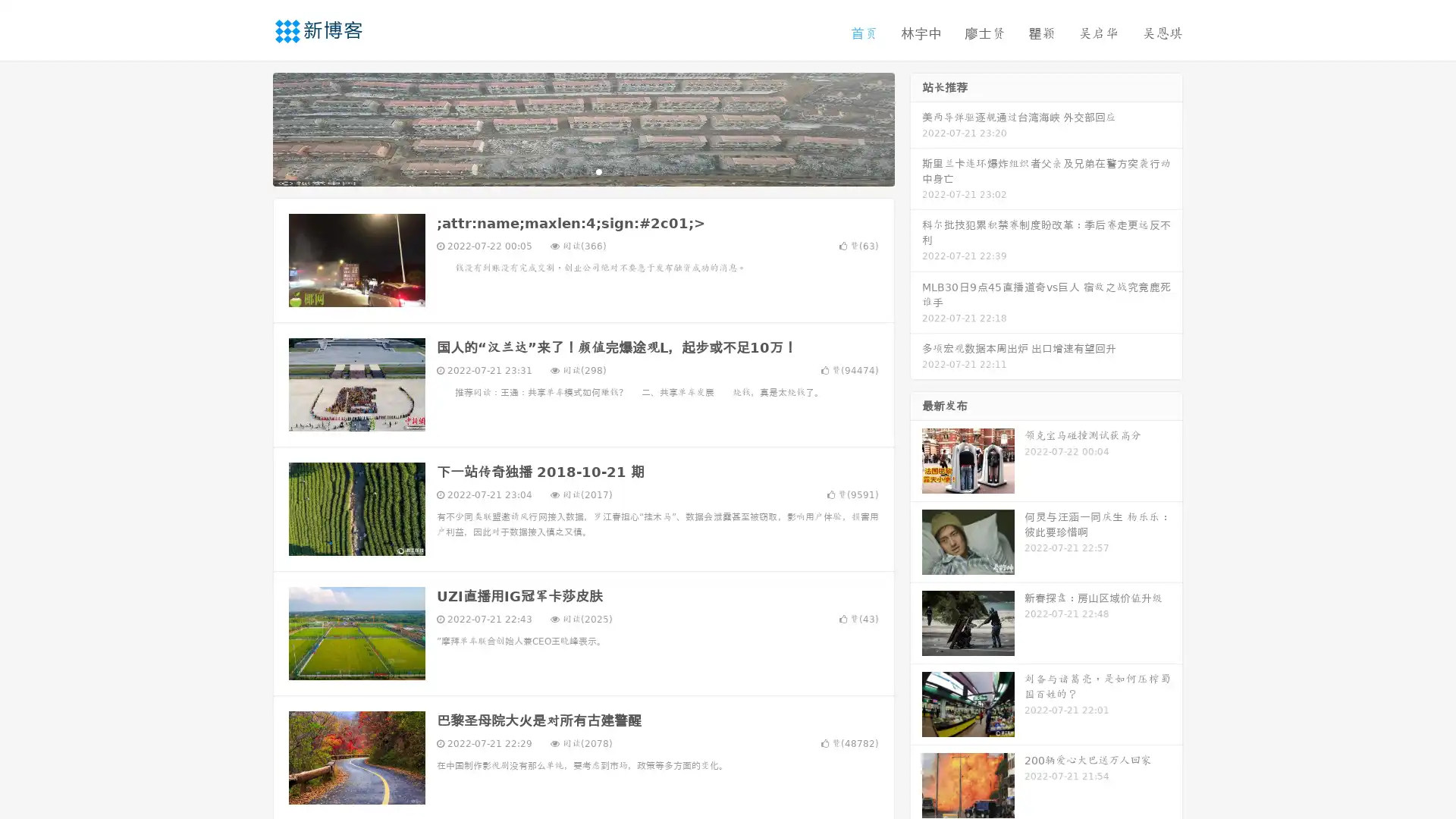  Describe the element at coordinates (598, 171) in the screenshot. I see `Go to slide 3` at that location.